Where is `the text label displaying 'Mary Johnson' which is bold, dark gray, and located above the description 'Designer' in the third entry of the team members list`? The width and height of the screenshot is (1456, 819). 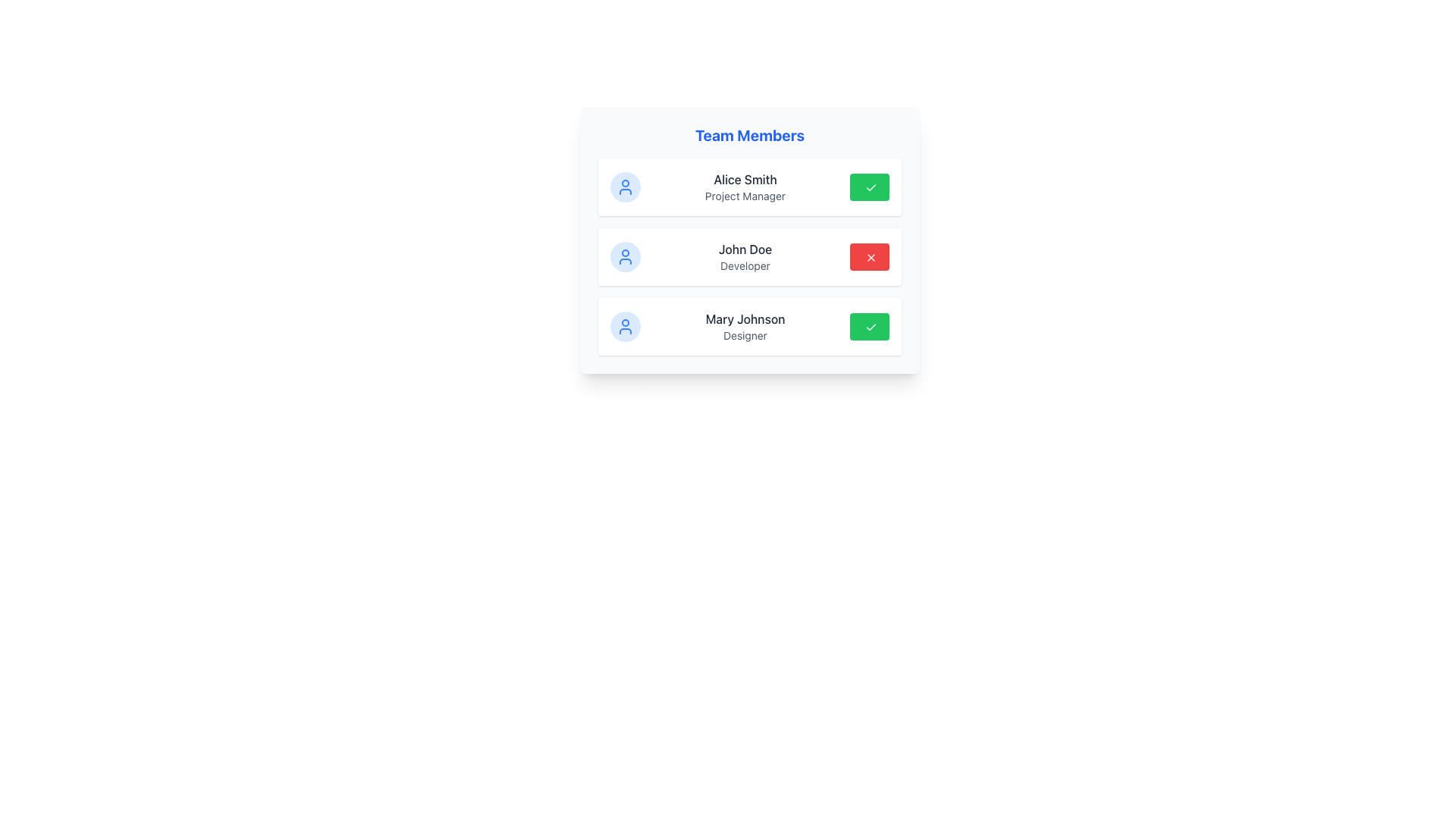
the text label displaying 'Mary Johnson' which is bold, dark gray, and located above the description 'Designer' in the third entry of the team members list is located at coordinates (745, 318).